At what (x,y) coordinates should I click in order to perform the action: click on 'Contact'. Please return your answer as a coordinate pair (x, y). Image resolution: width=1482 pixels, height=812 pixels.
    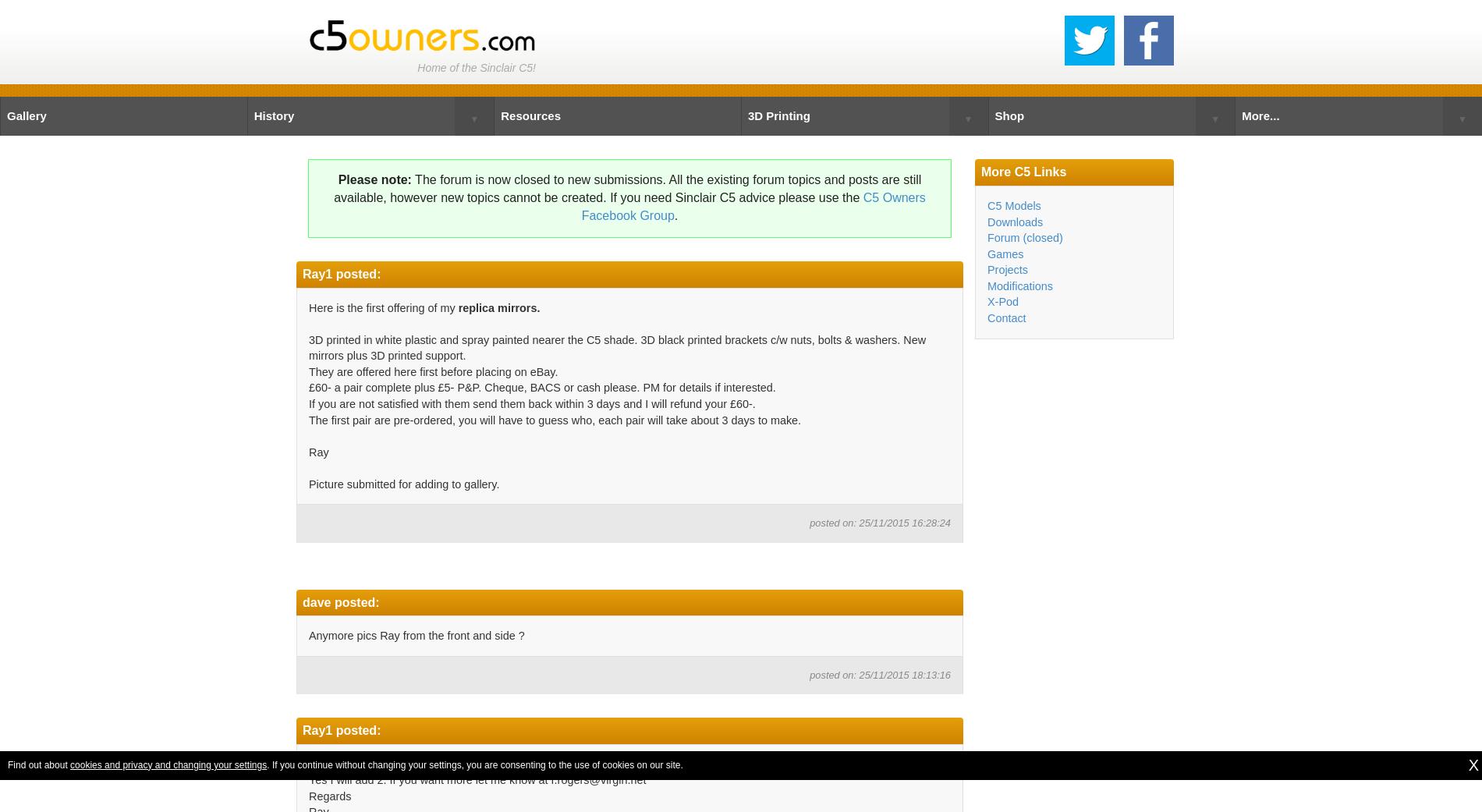
    Looking at the image, I should click on (986, 317).